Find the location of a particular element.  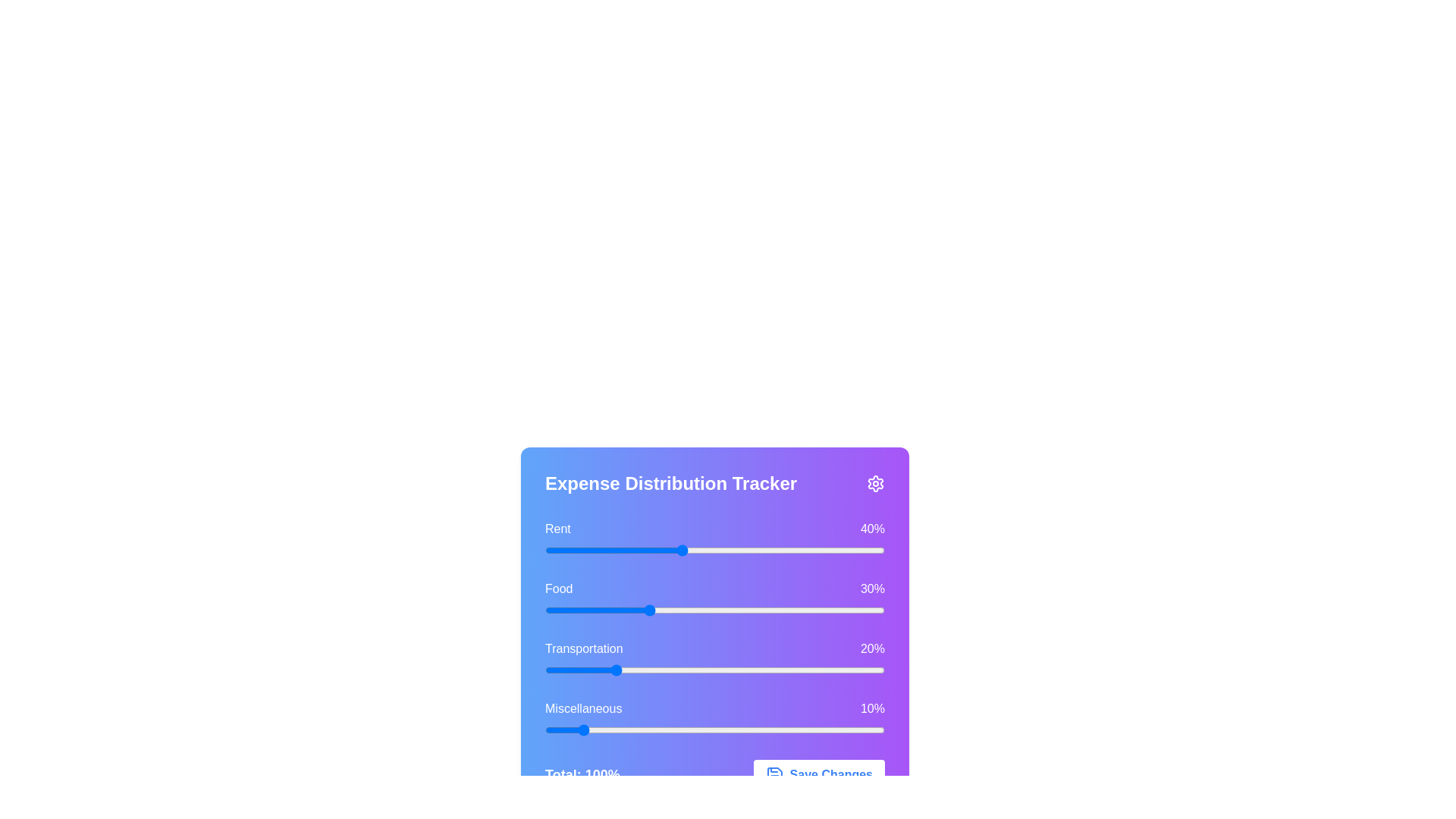

the Rent percentage is located at coordinates (602, 550).